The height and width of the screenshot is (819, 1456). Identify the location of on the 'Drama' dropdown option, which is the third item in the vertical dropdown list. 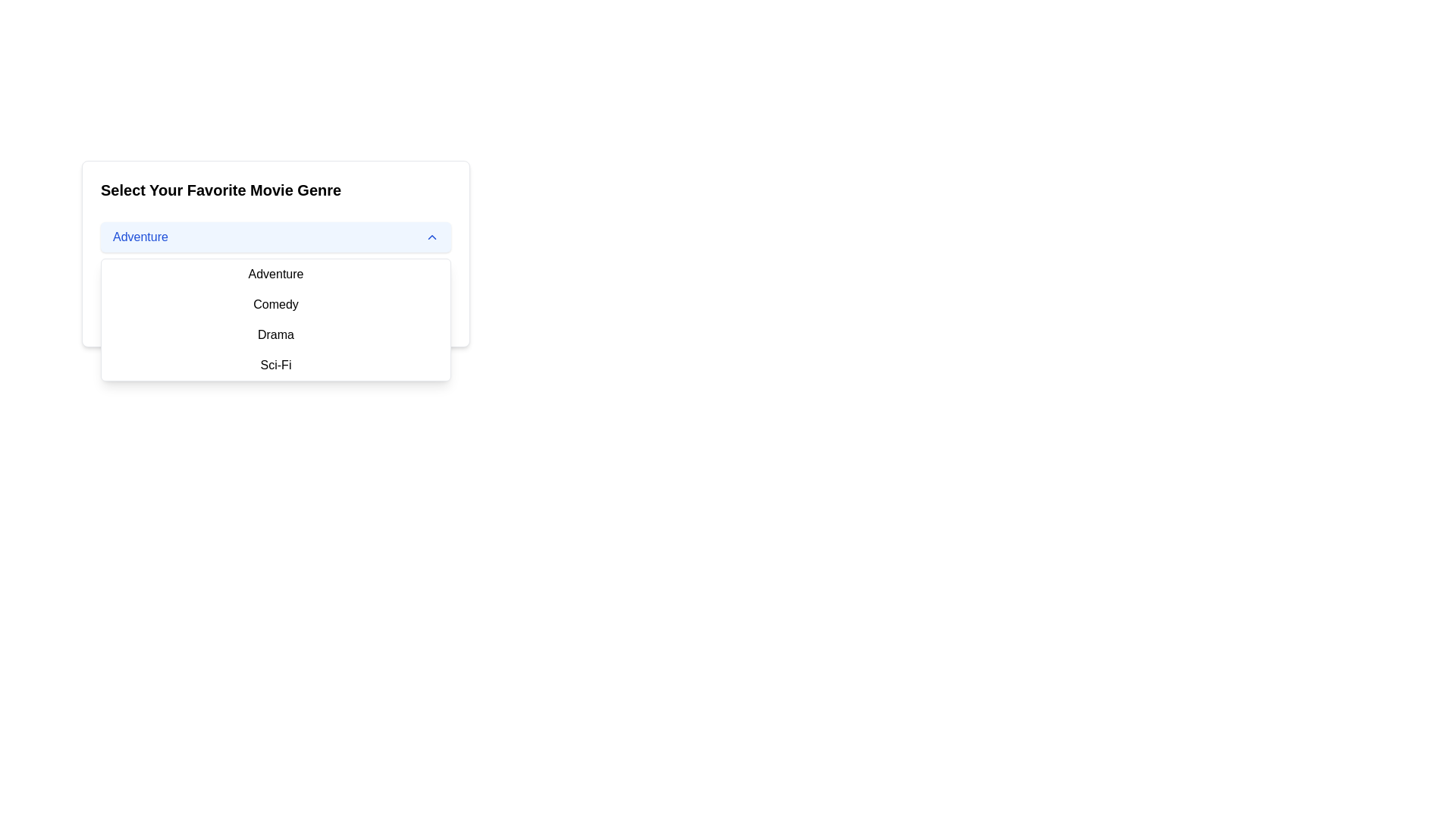
(276, 334).